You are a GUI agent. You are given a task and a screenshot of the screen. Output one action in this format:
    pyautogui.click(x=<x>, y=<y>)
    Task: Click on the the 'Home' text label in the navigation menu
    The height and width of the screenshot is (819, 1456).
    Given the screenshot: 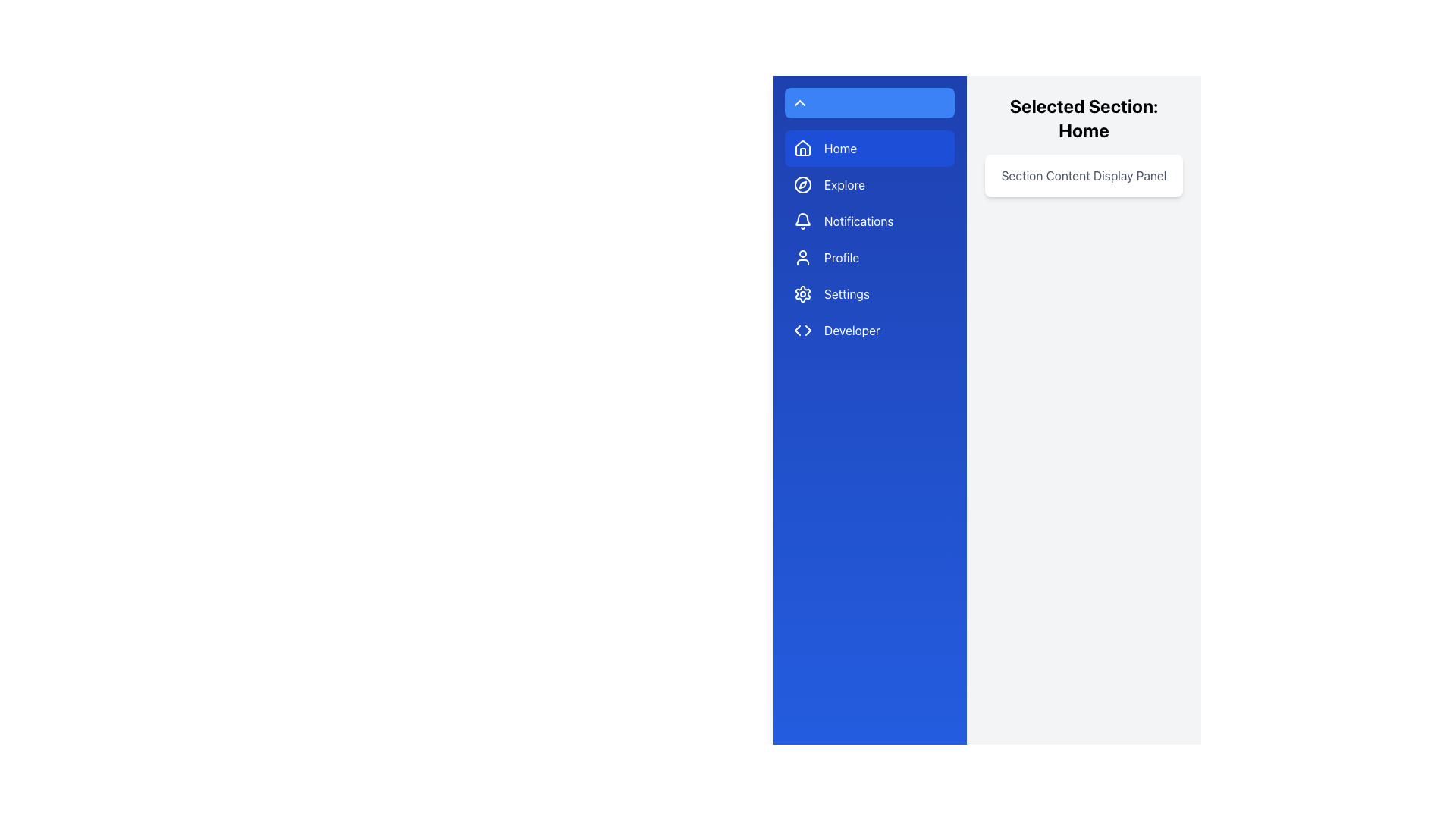 What is the action you would take?
    pyautogui.click(x=839, y=149)
    